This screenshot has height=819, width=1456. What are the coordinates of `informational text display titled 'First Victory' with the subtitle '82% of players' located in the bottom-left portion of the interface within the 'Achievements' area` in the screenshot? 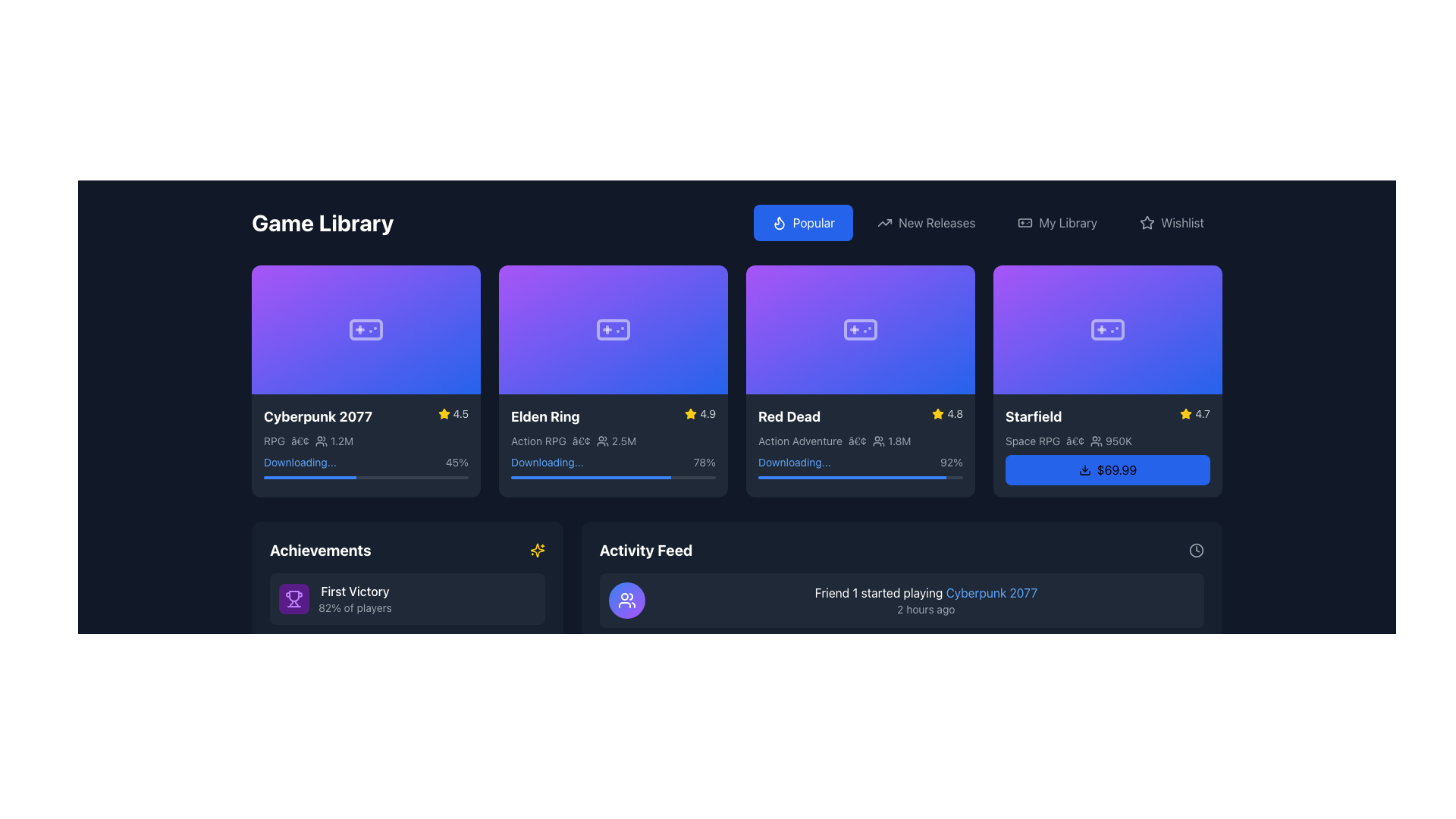 It's located at (354, 598).